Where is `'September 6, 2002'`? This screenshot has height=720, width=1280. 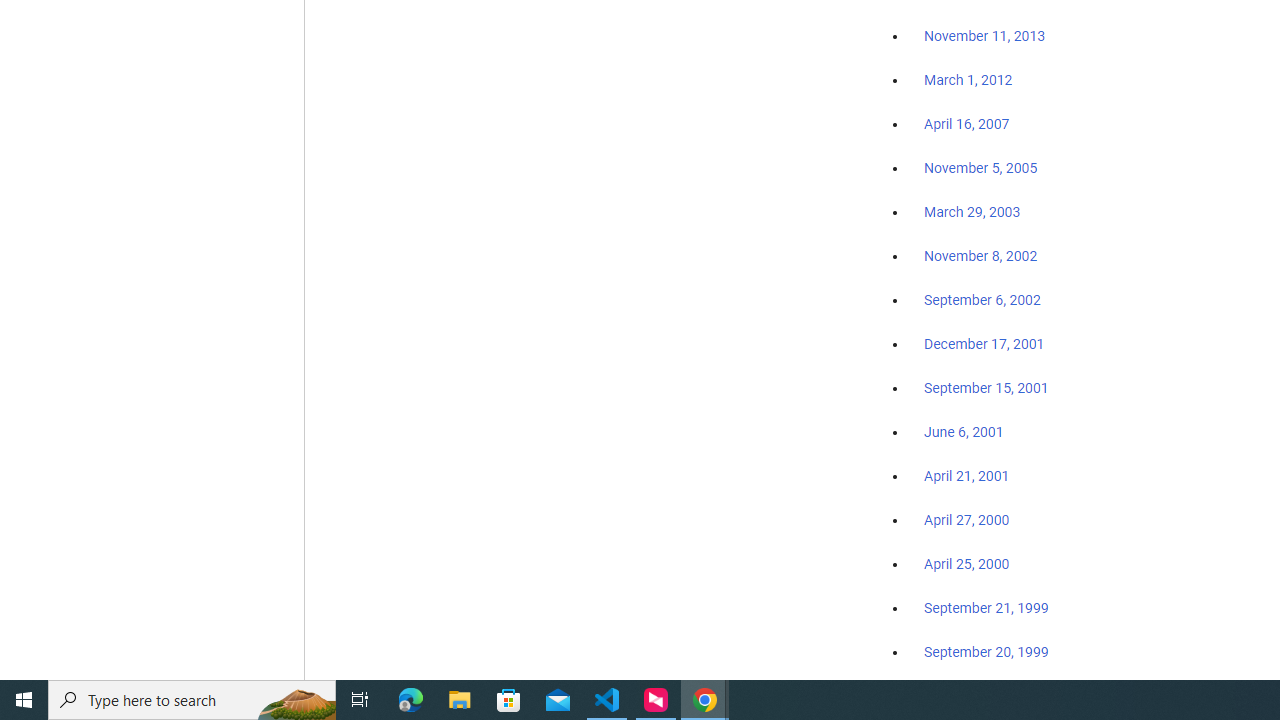
'September 6, 2002' is located at coordinates (982, 299).